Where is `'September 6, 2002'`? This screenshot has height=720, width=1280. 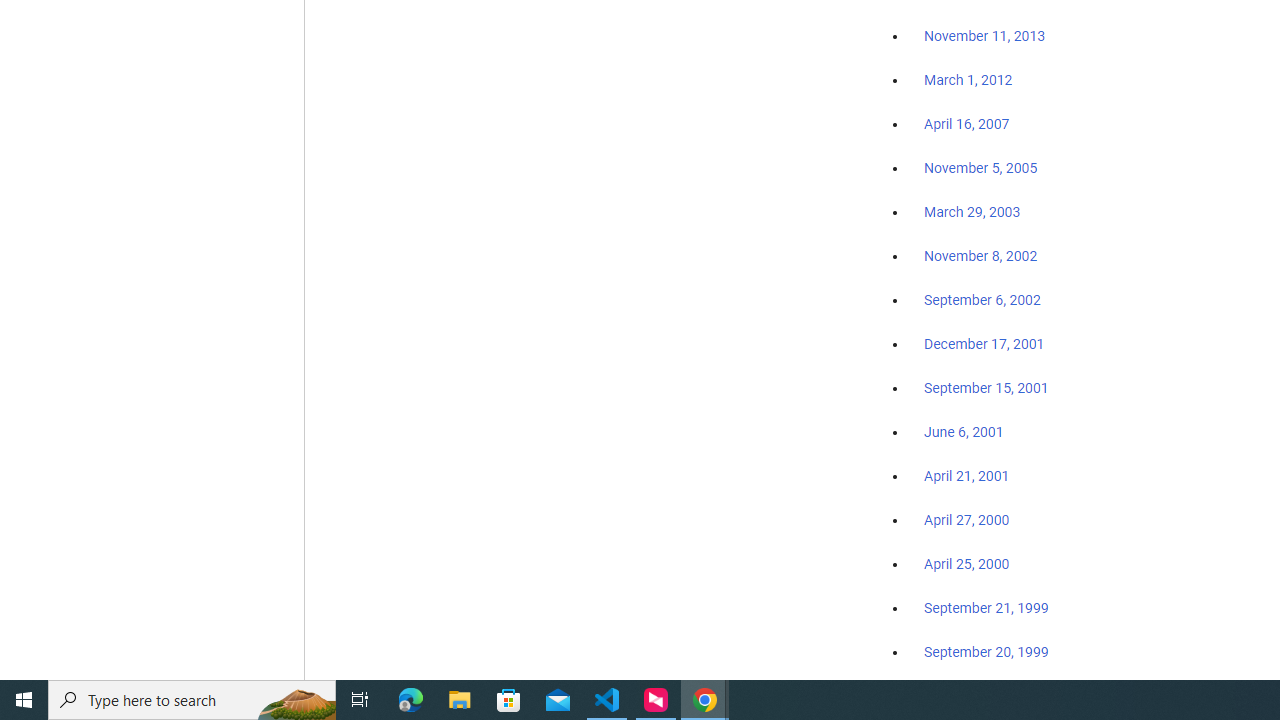
'September 6, 2002' is located at coordinates (982, 299).